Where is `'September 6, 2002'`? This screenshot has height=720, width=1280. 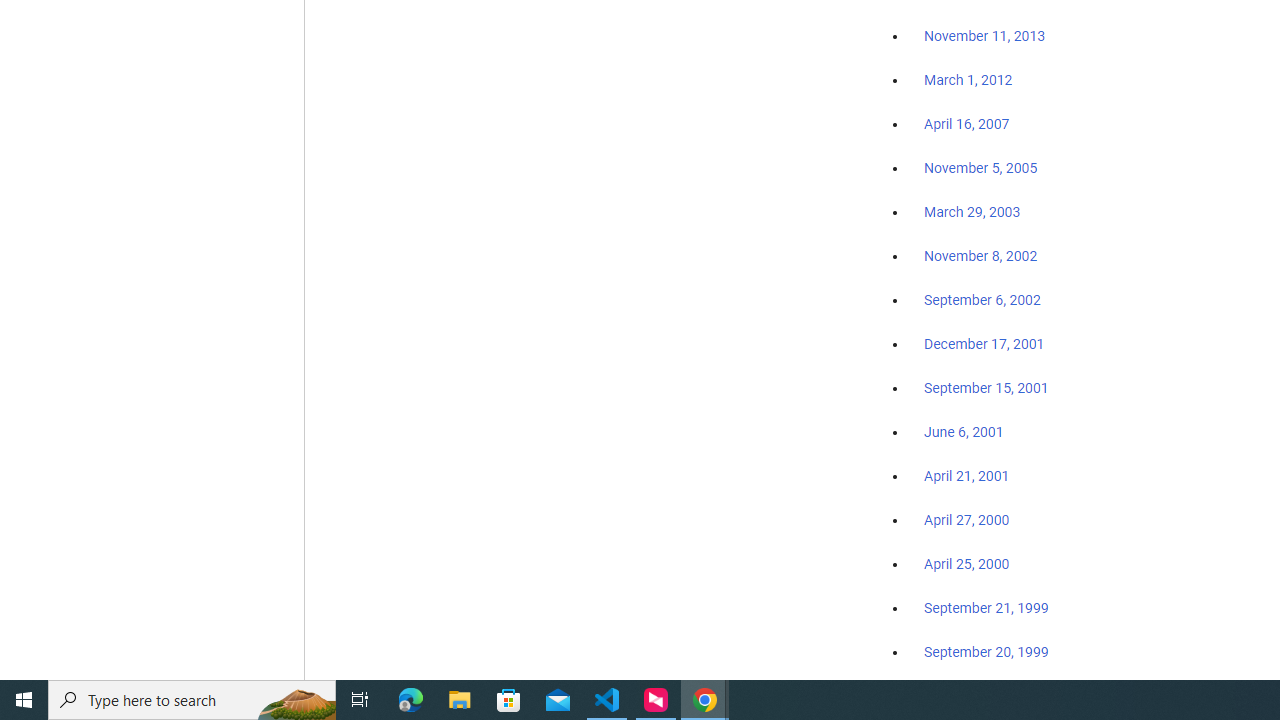
'September 6, 2002' is located at coordinates (982, 299).